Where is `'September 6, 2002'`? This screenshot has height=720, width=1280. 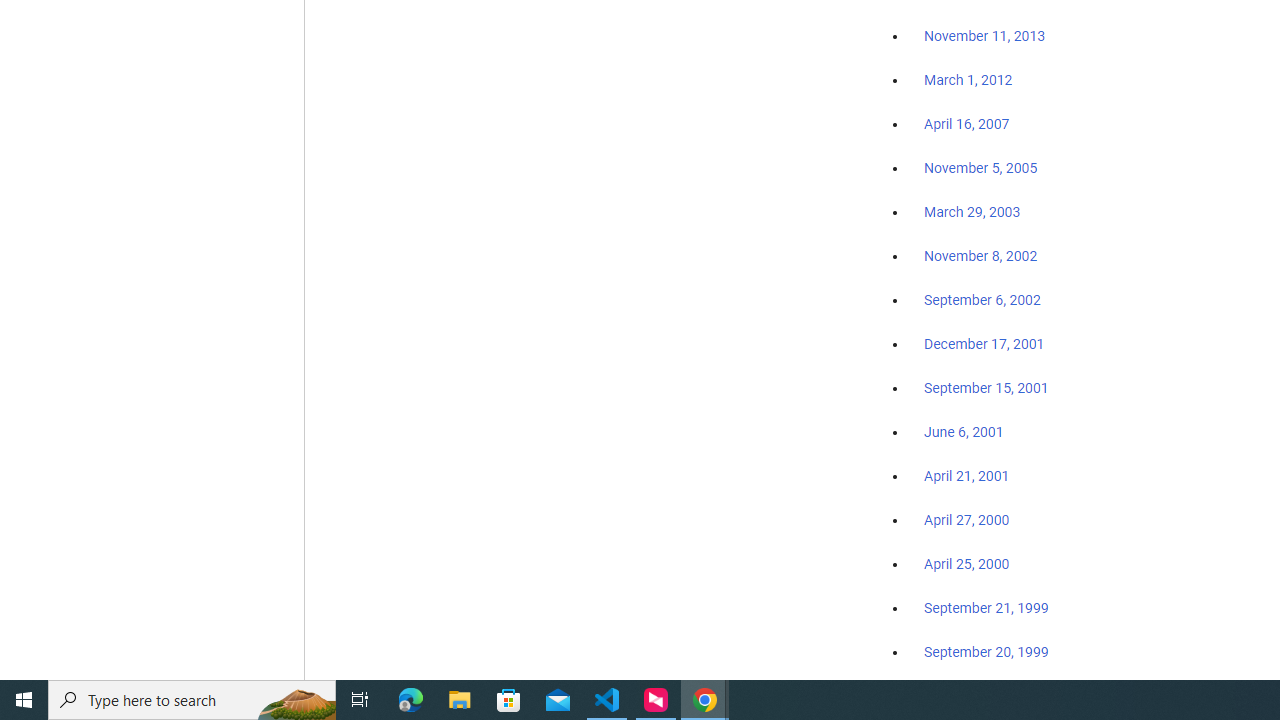
'September 6, 2002' is located at coordinates (982, 299).